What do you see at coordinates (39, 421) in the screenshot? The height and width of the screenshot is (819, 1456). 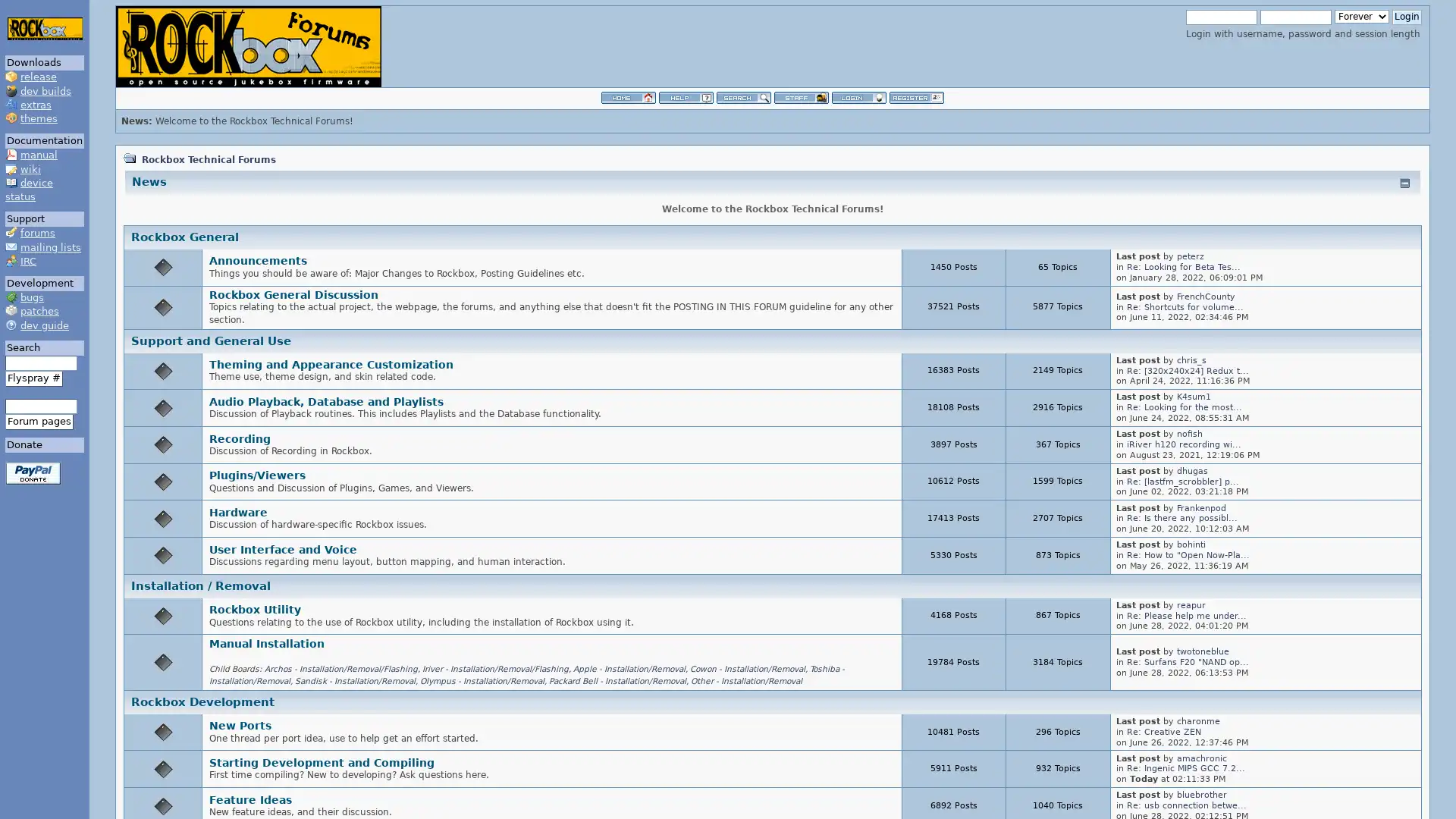 I see `Forum pages` at bounding box center [39, 421].